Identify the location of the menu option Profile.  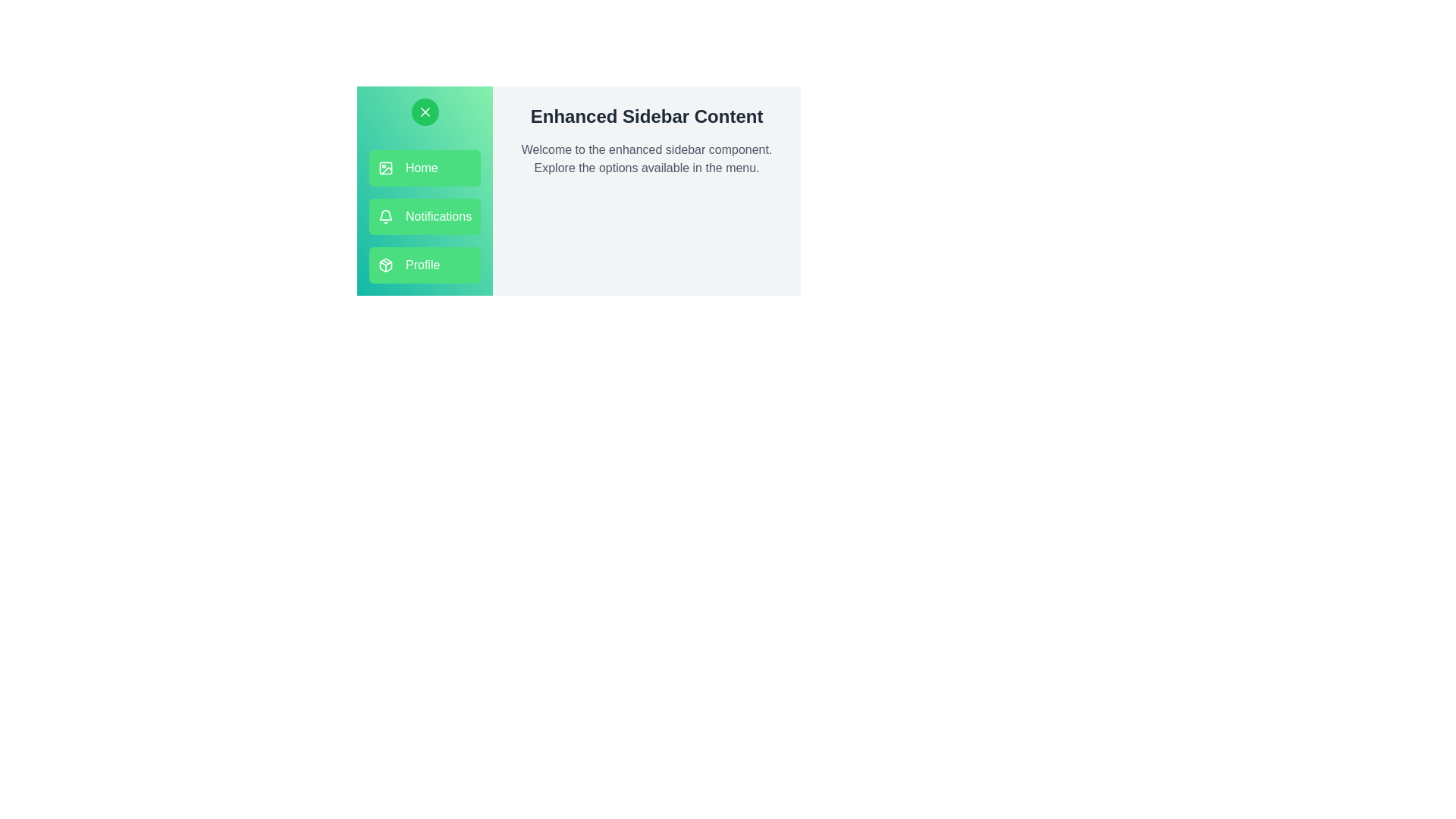
(425, 265).